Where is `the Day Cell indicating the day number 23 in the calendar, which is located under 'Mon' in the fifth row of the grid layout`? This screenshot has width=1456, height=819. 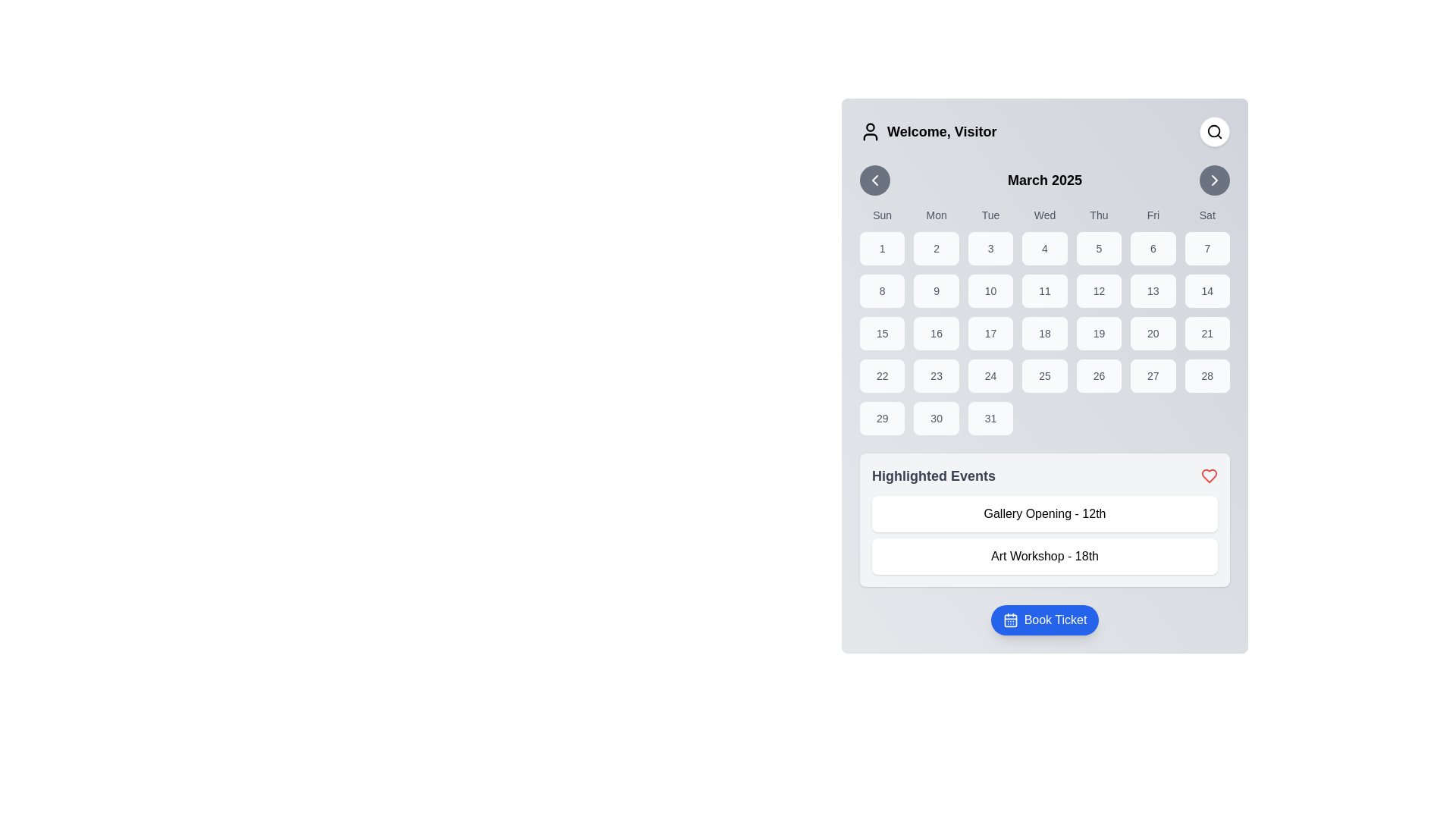
the Day Cell indicating the day number 23 in the calendar, which is located under 'Mon' in the fifth row of the grid layout is located at coordinates (935, 375).